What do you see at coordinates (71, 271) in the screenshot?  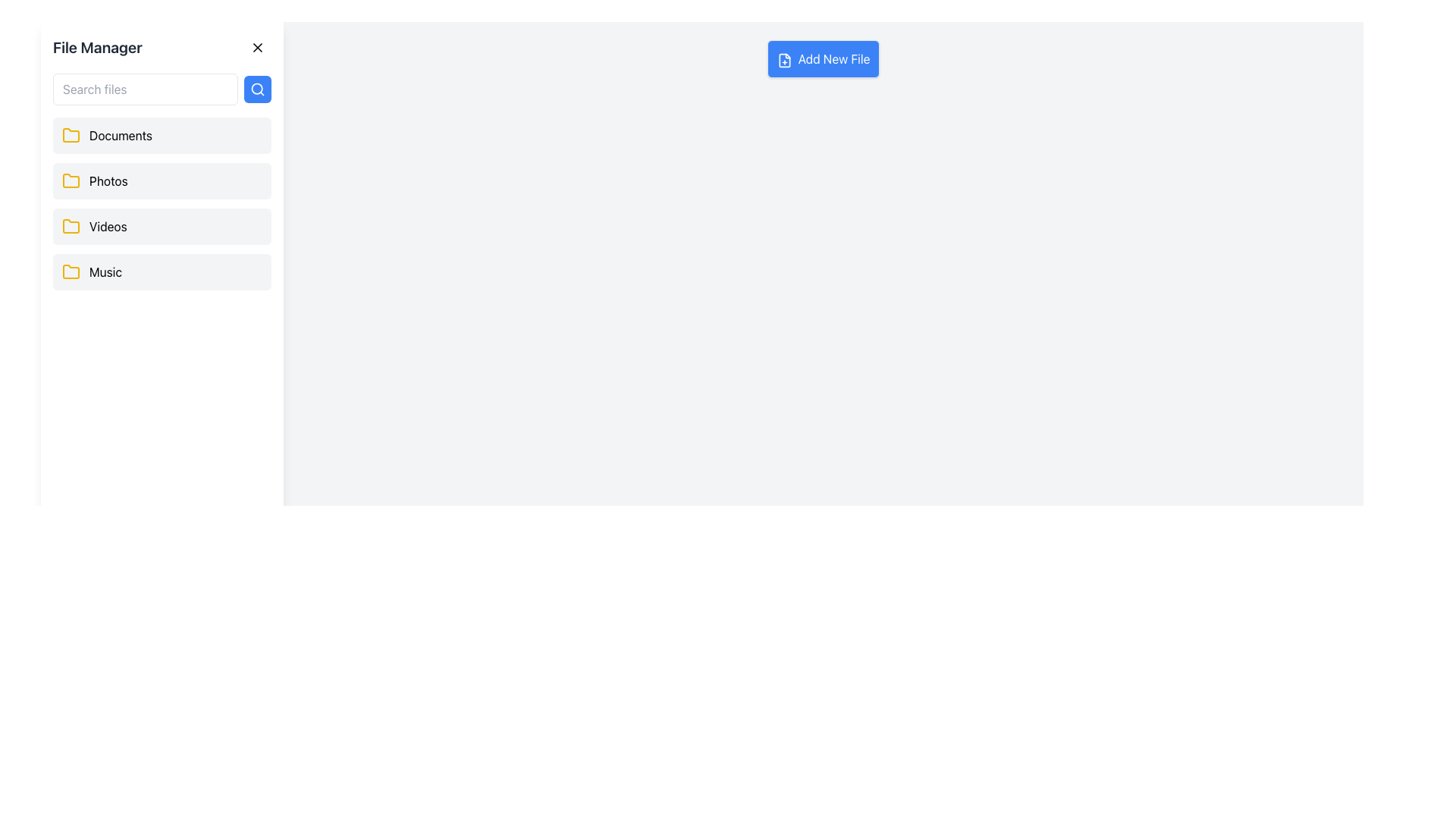 I see `the yellow folder icon representing the Music folder located` at bounding box center [71, 271].